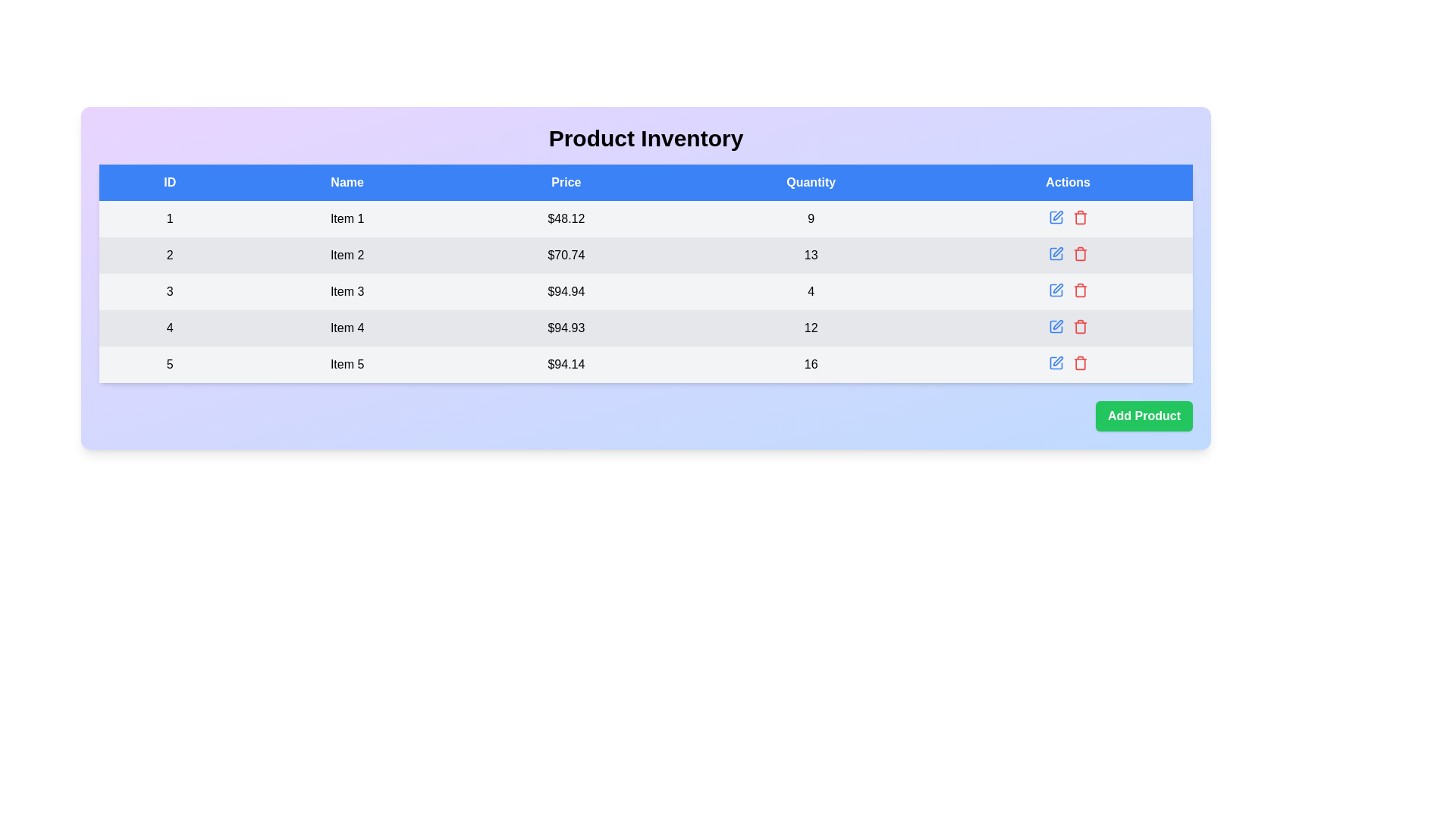 This screenshot has height=819, width=1456. What do you see at coordinates (645, 254) in the screenshot?
I see `the second row in the product inventory table, which displays ID '2', name 'Item 2', price '$70.74', and quantity '13', for further operations` at bounding box center [645, 254].